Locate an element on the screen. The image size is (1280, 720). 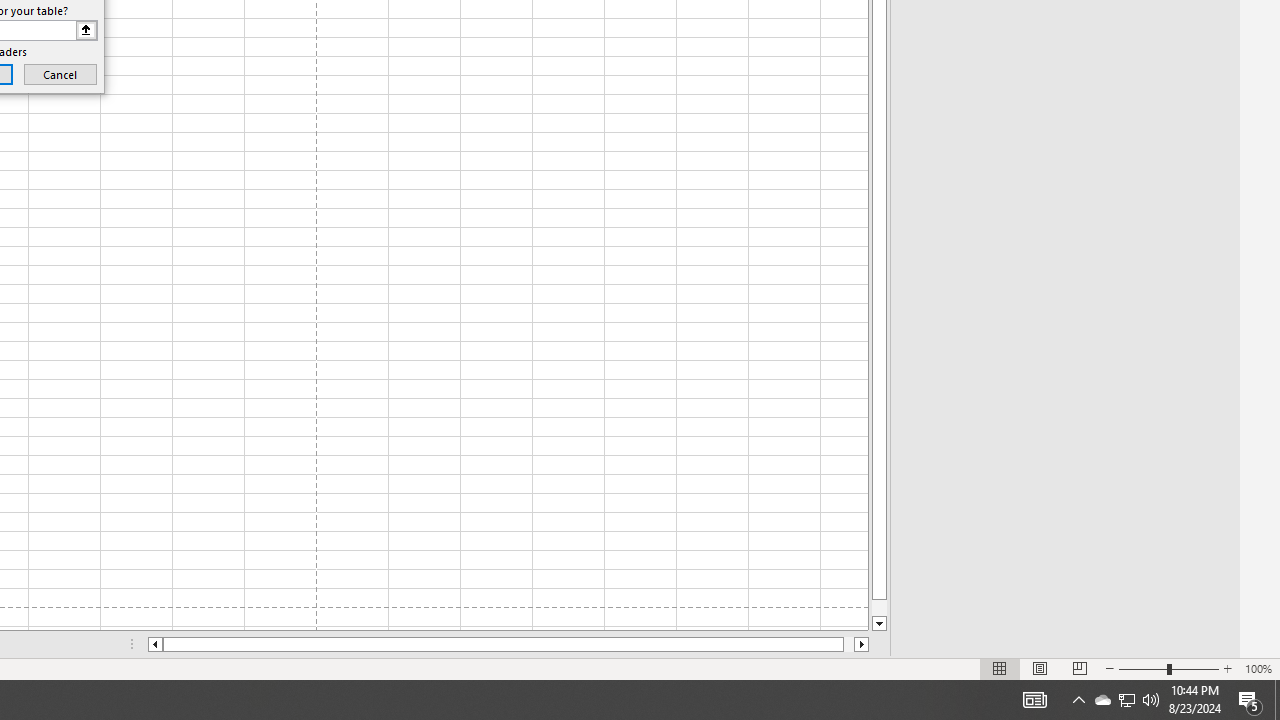
'Page right' is located at coordinates (848, 644).